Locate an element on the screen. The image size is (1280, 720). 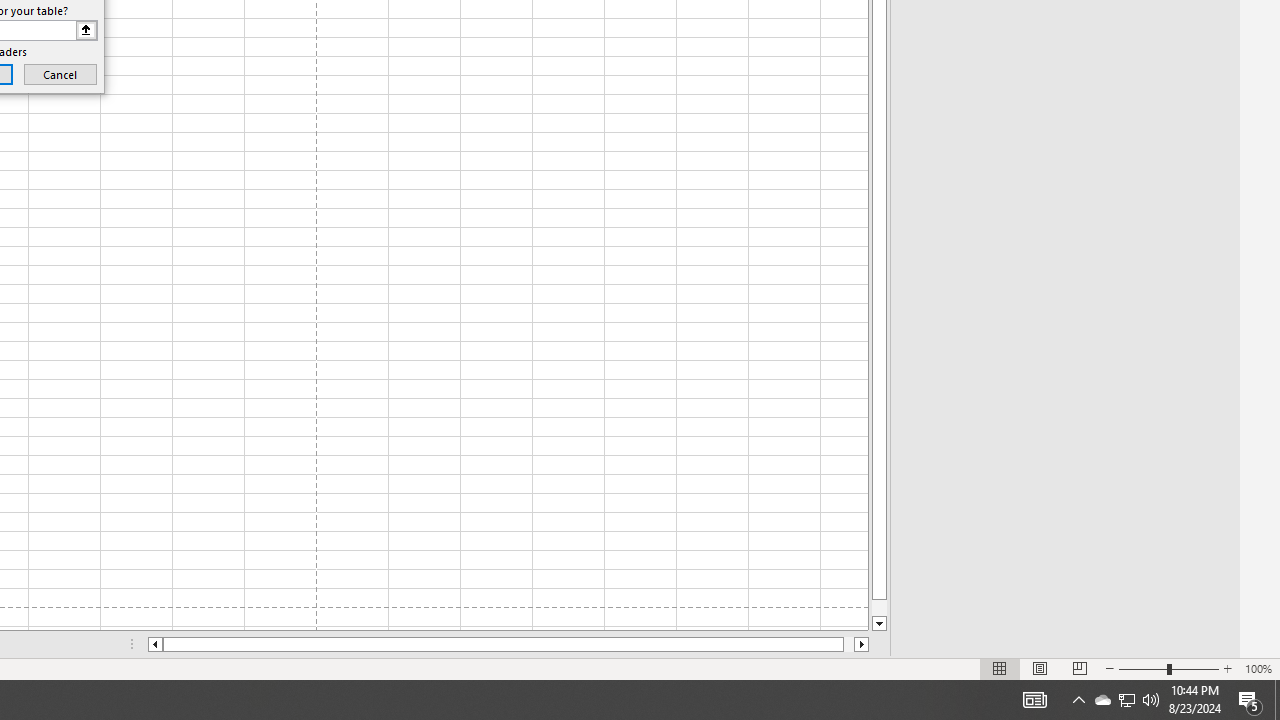
'Page right' is located at coordinates (848, 644).